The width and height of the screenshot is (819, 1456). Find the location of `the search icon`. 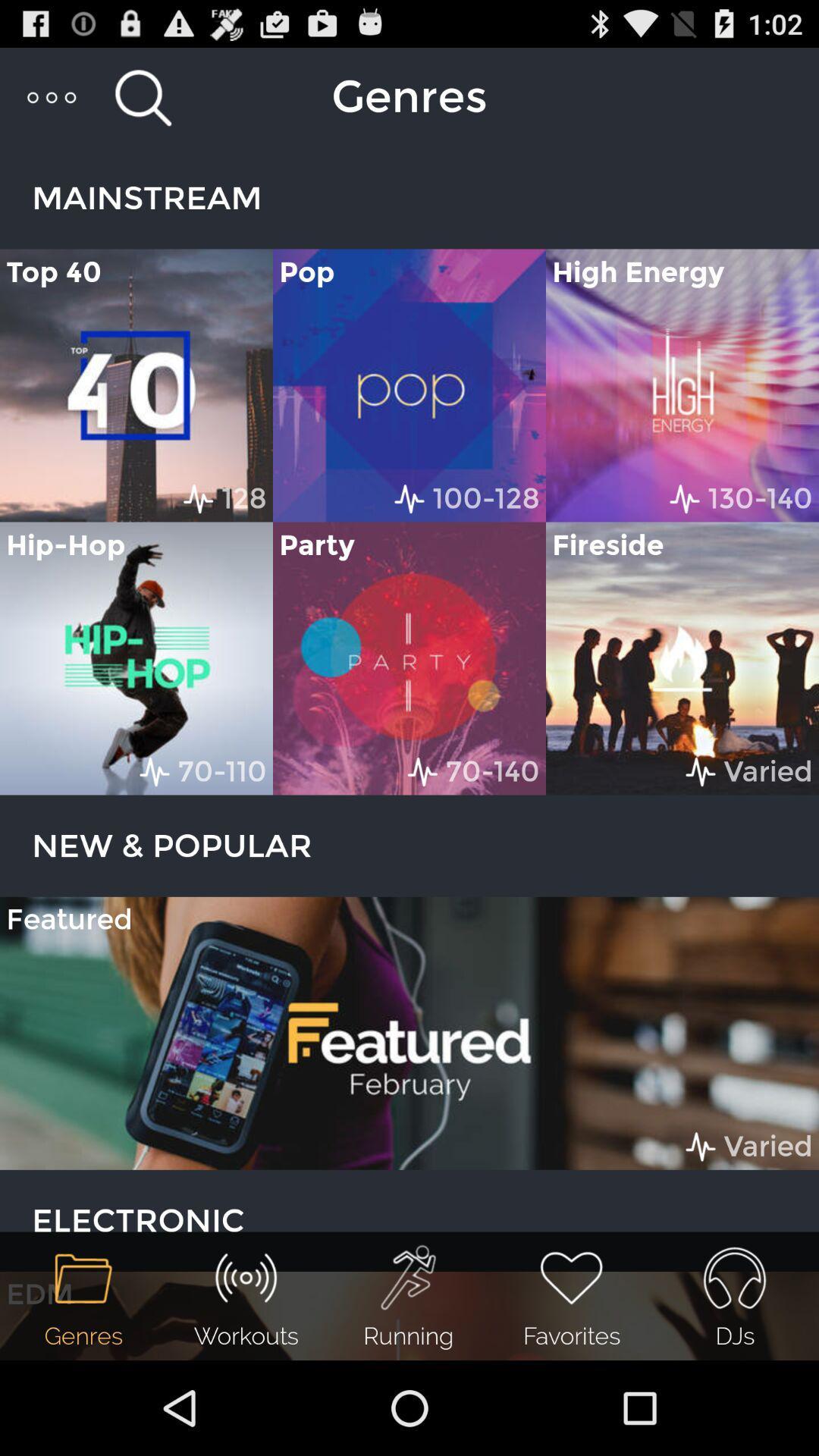

the search icon is located at coordinates (143, 103).